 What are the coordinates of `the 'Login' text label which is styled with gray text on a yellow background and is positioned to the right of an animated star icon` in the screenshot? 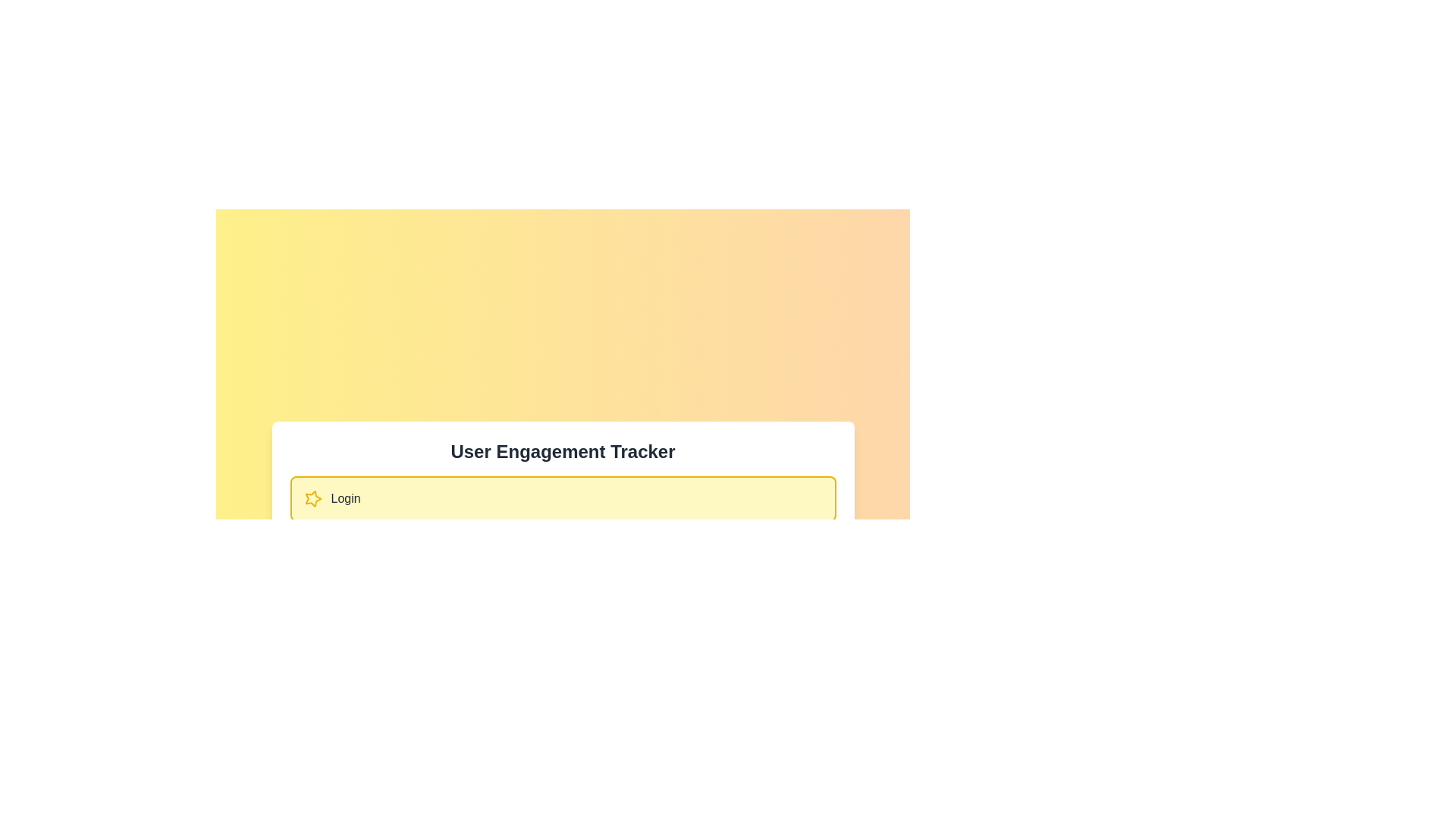 It's located at (345, 499).